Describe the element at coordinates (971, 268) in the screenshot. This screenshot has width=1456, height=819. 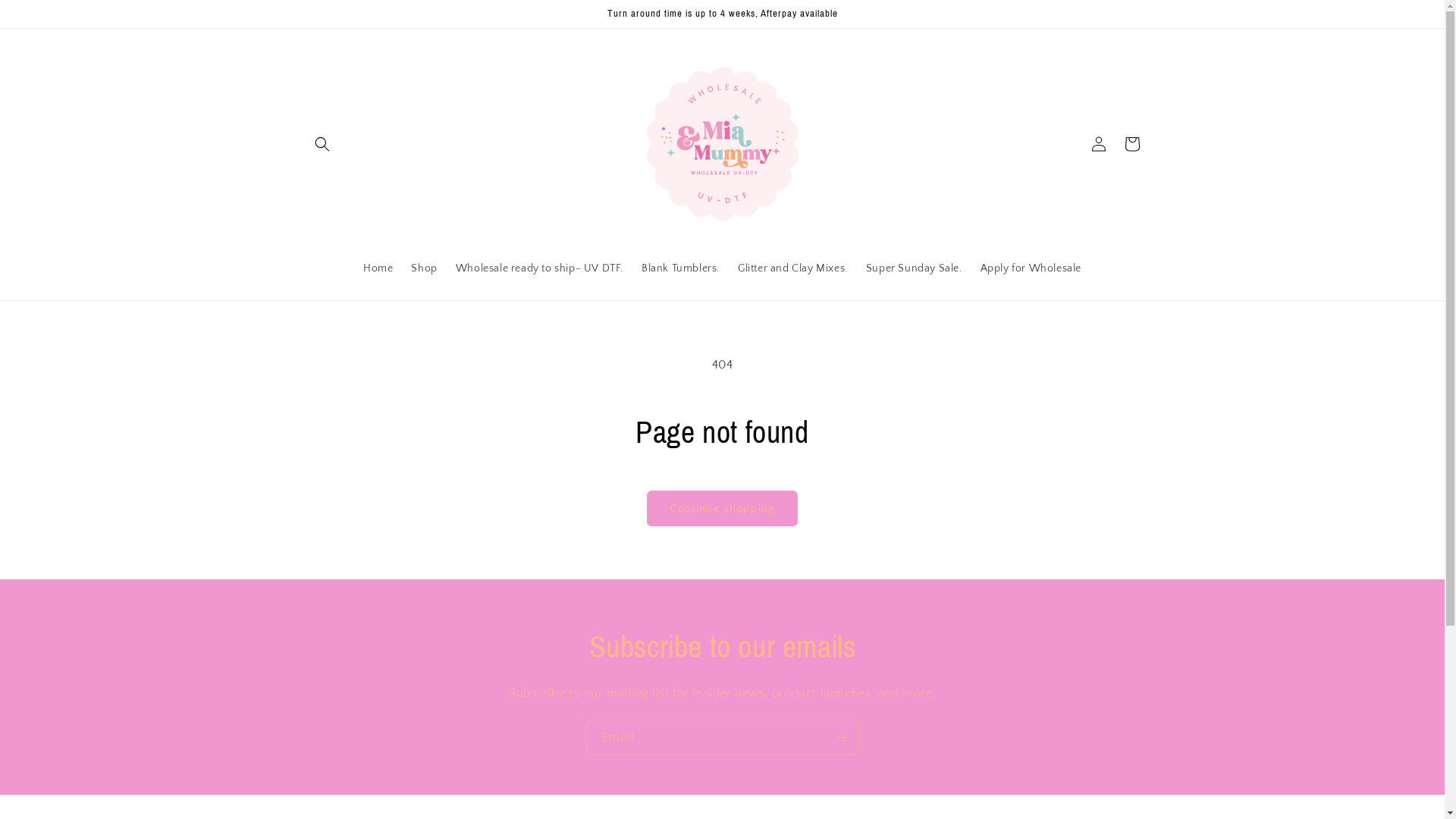
I see `'Apply for Wholesale'` at that location.